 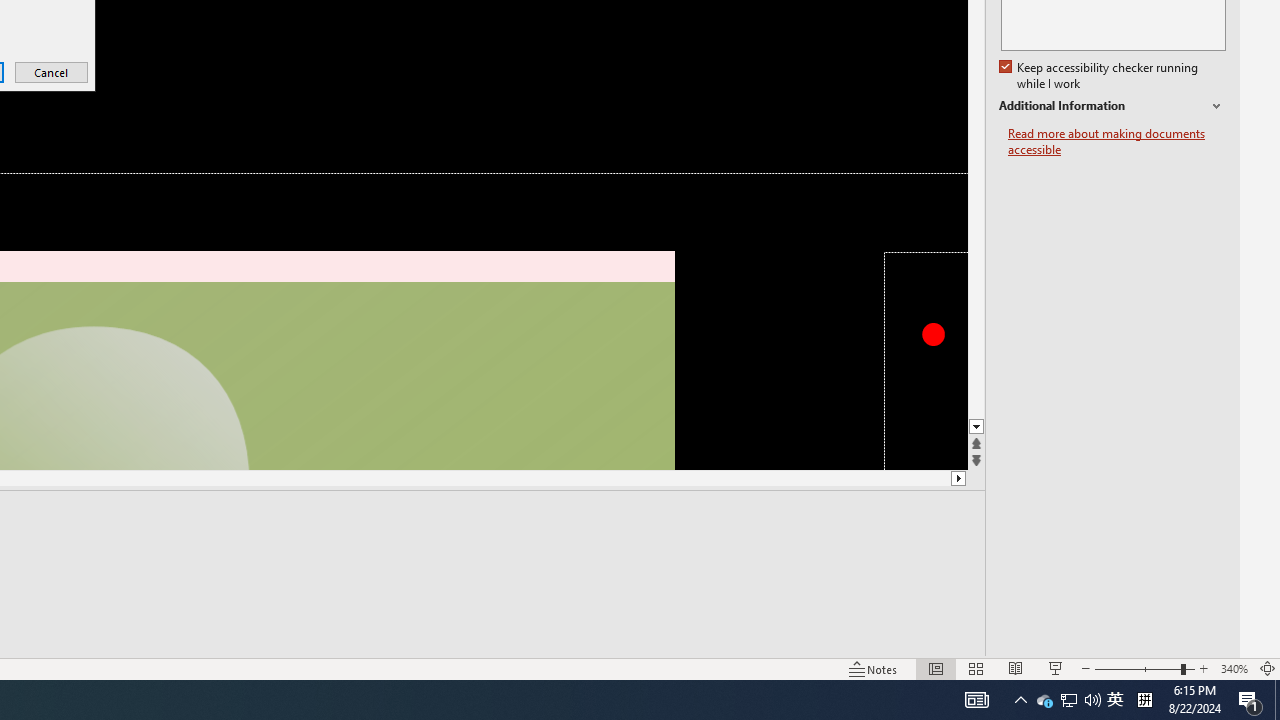 What do you see at coordinates (1144, 698) in the screenshot?
I see `'Tray Input Indicator - Chinese (Simplified, China)'` at bounding box center [1144, 698].